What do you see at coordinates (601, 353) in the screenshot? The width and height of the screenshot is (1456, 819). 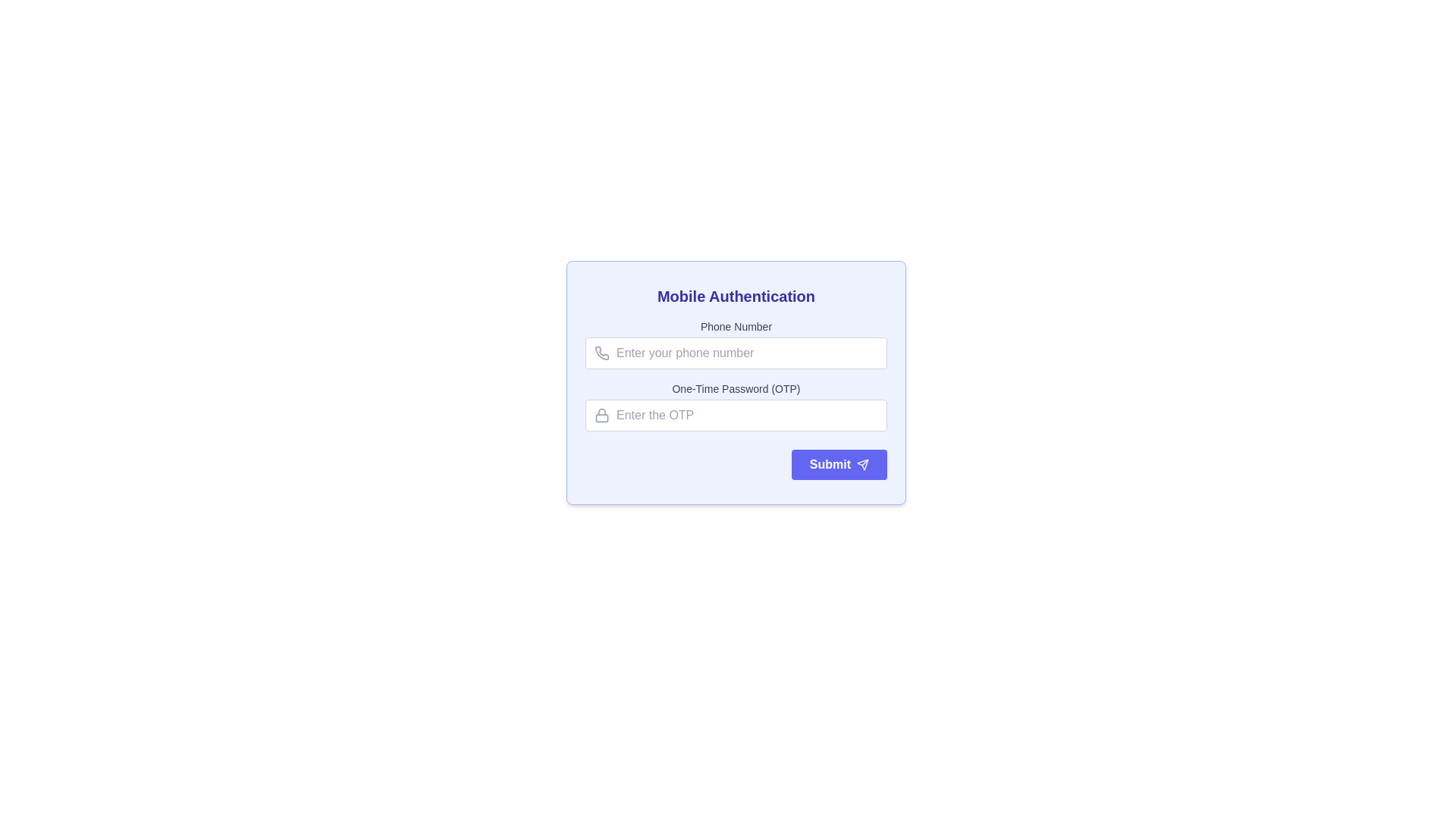 I see `the phone icon located to the left of the phone number input field in the Mobile Authentication form` at bounding box center [601, 353].